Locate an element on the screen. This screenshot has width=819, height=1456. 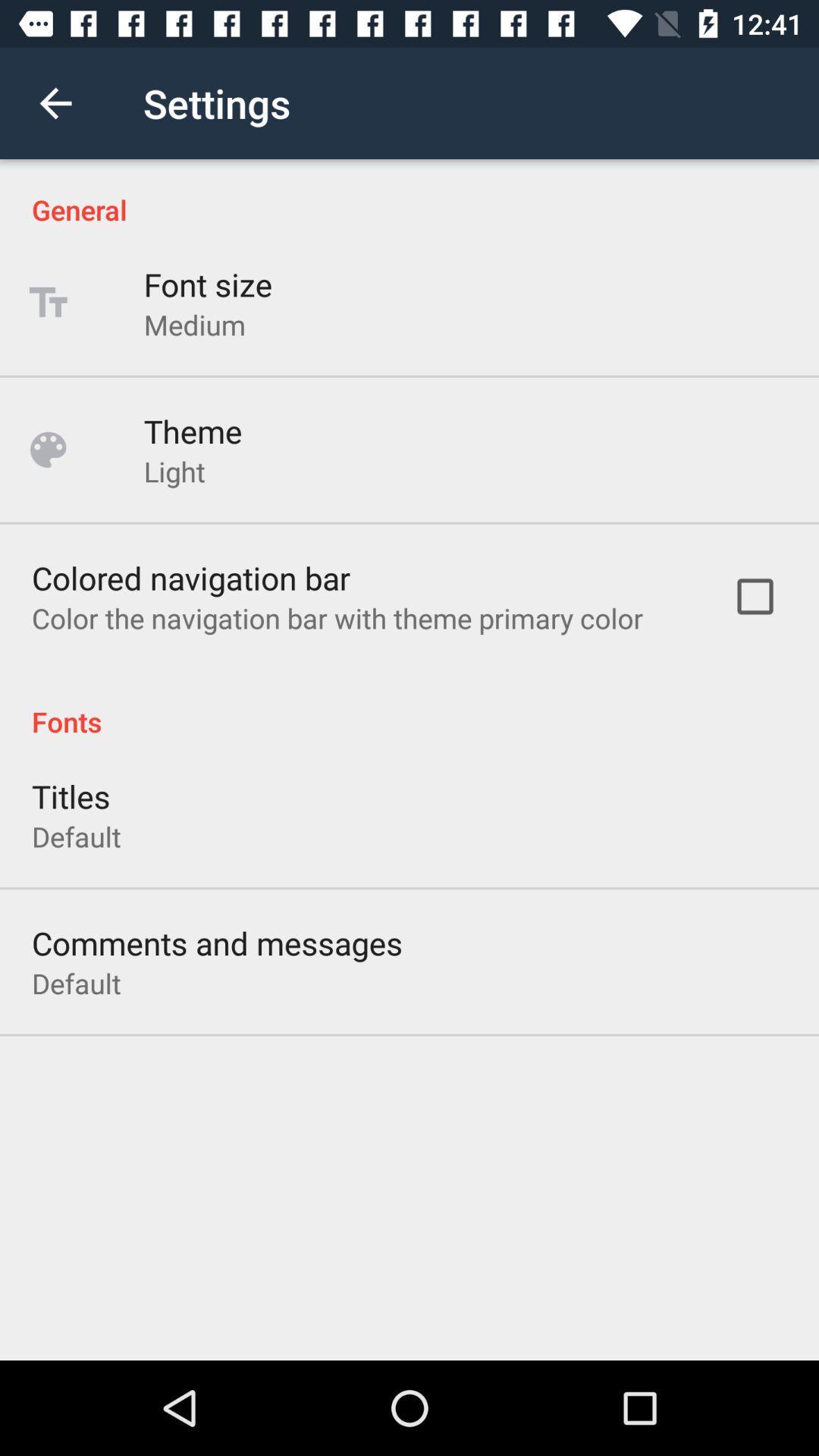
icon above the default is located at coordinates (71, 795).